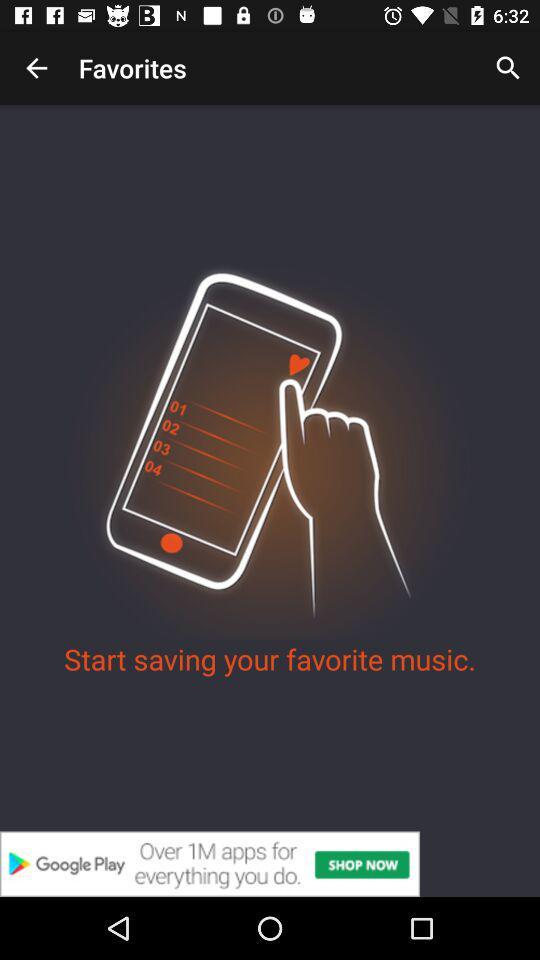 The height and width of the screenshot is (960, 540). I want to click on advertisements, so click(270, 863).